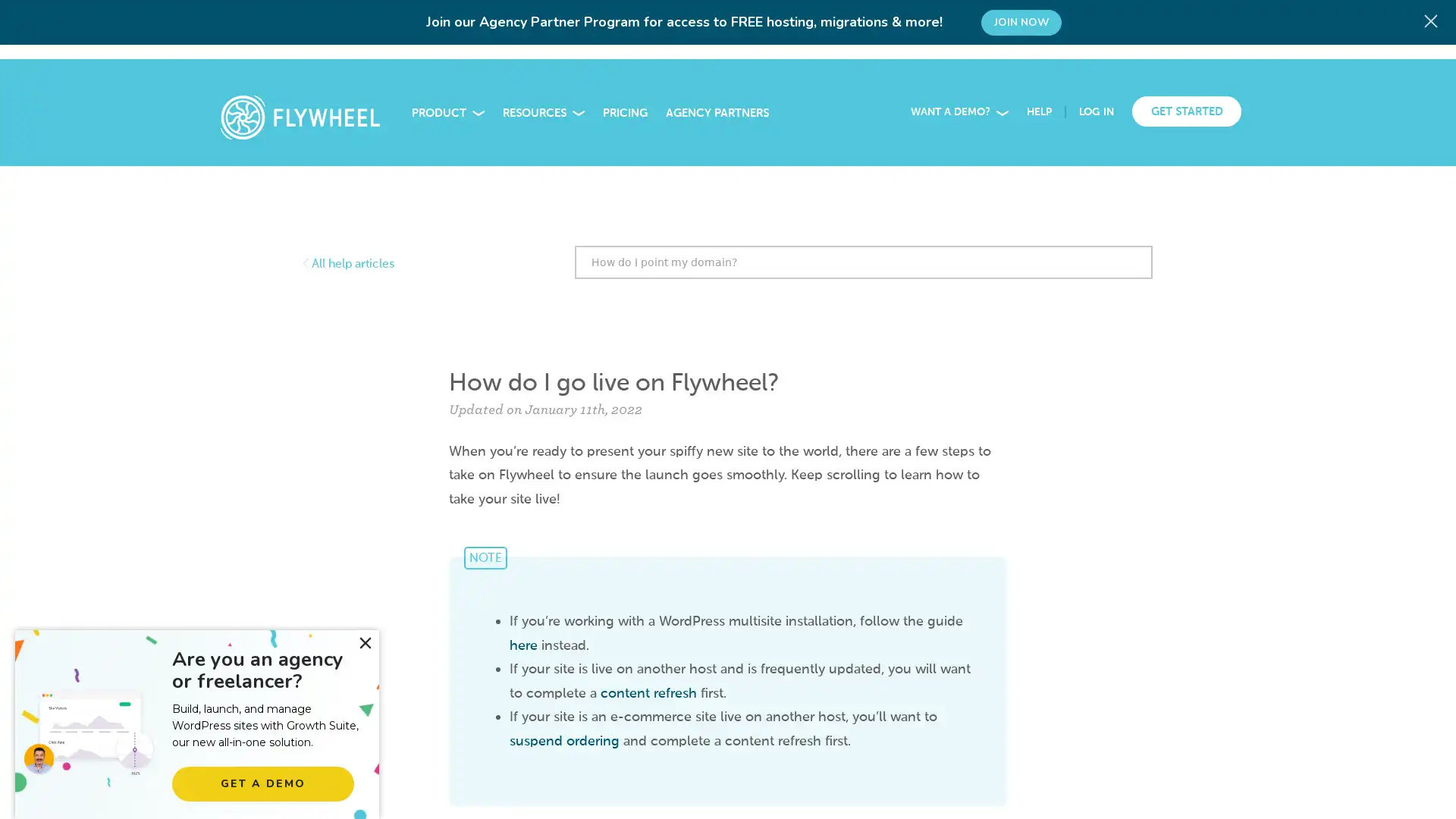 Image resolution: width=1456 pixels, height=819 pixels. I want to click on JOIN NOW, so click(1021, 23).